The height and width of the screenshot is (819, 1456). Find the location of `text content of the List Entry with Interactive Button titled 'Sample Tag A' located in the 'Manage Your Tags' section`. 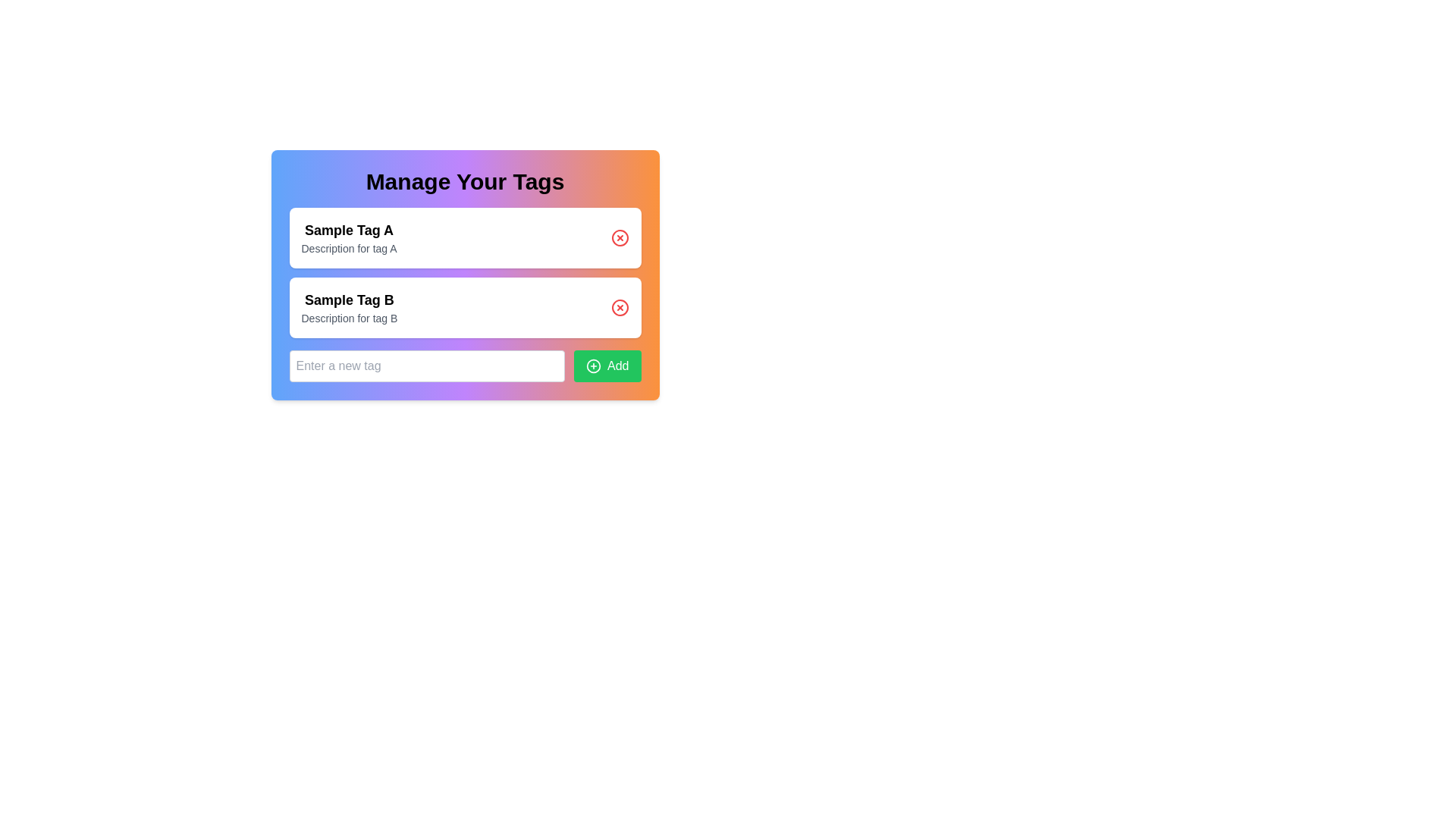

text content of the List Entry with Interactive Button titled 'Sample Tag A' located in the 'Manage Your Tags' section is located at coordinates (464, 271).